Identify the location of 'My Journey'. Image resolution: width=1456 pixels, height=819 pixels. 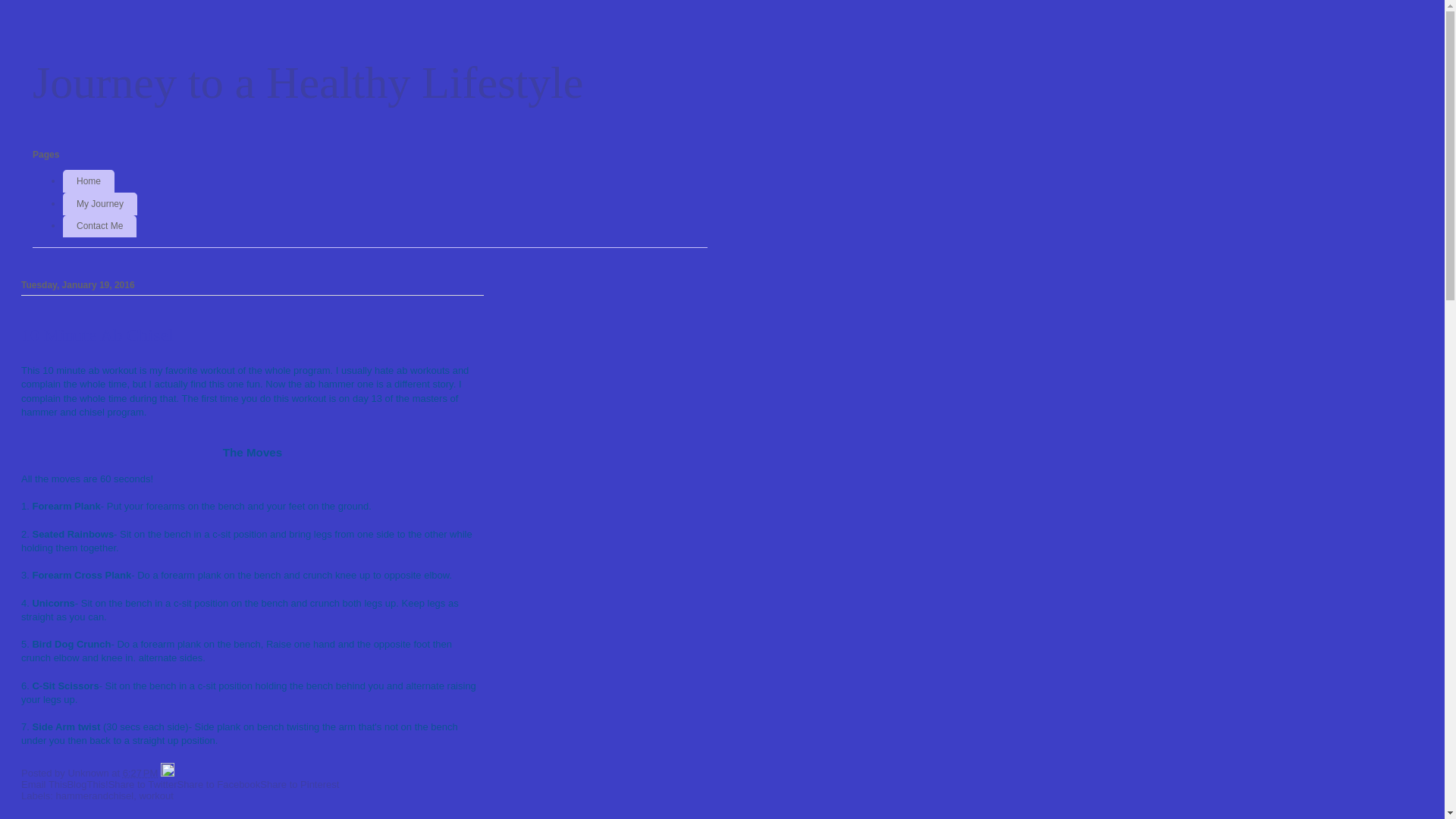
(99, 203).